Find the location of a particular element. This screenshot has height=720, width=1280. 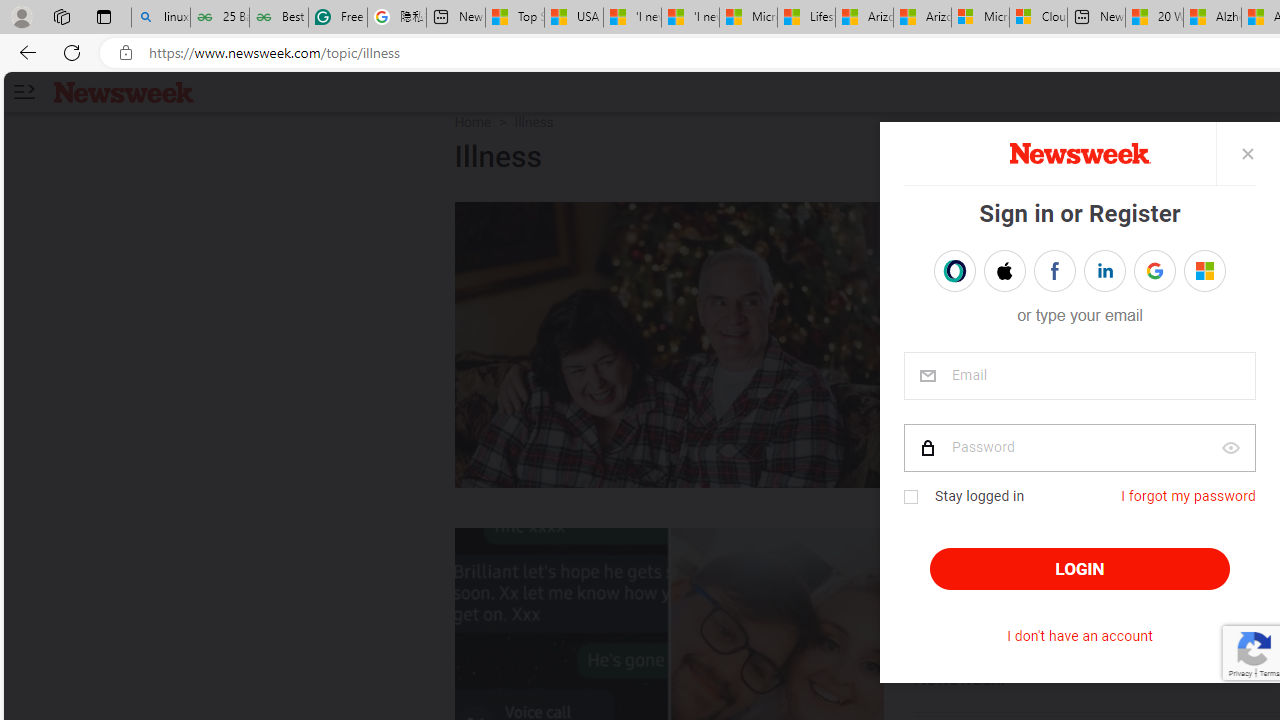

'Cloud Computing Services | Microsoft Azure' is located at coordinates (1038, 17).